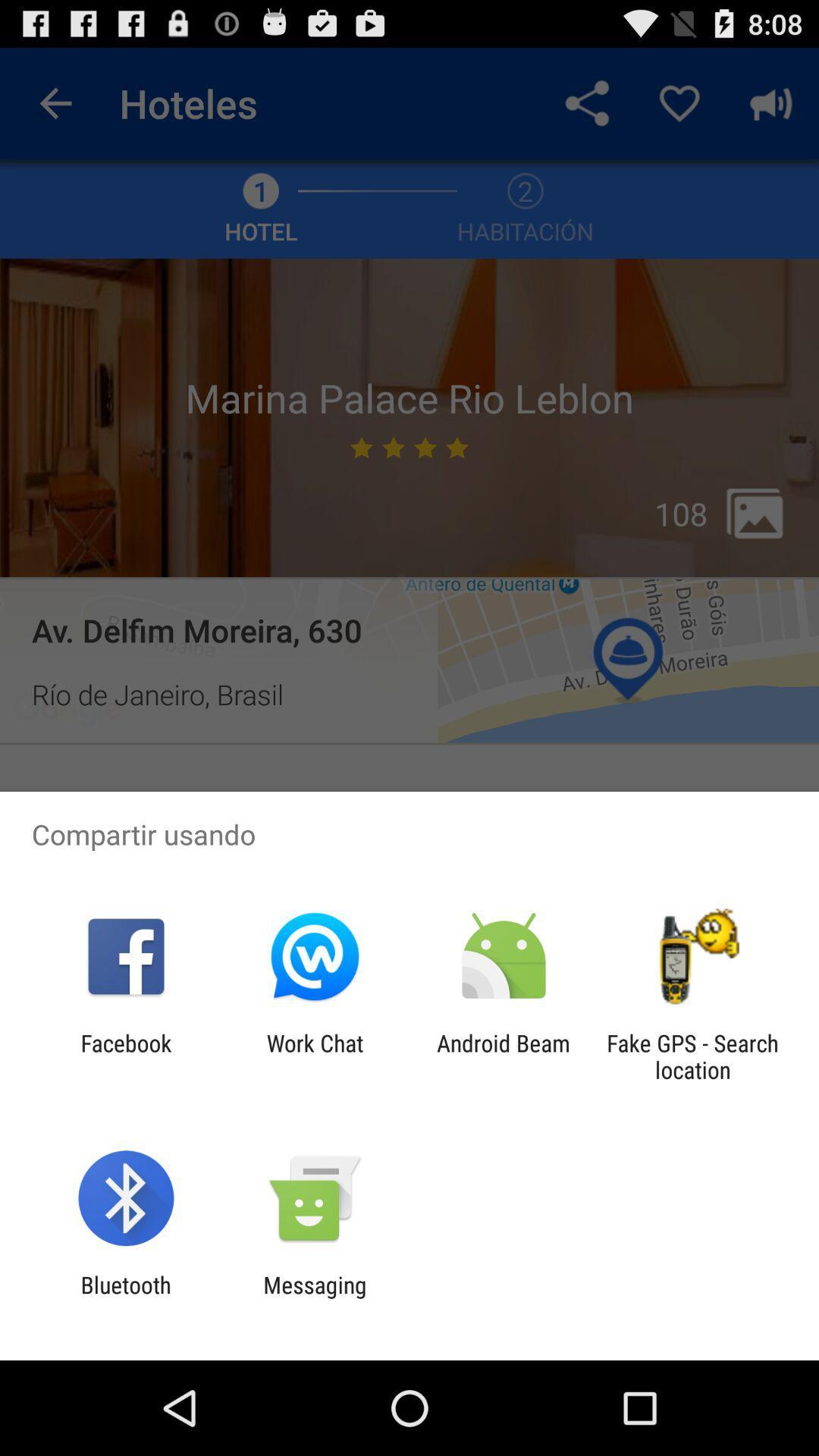 Image resolution: width=819 pixels, height=1456 pixels. What do you see at coordinates (314, 1056) in the screenshot?
I see `work chat icon` at bounding box center [314, 1056].